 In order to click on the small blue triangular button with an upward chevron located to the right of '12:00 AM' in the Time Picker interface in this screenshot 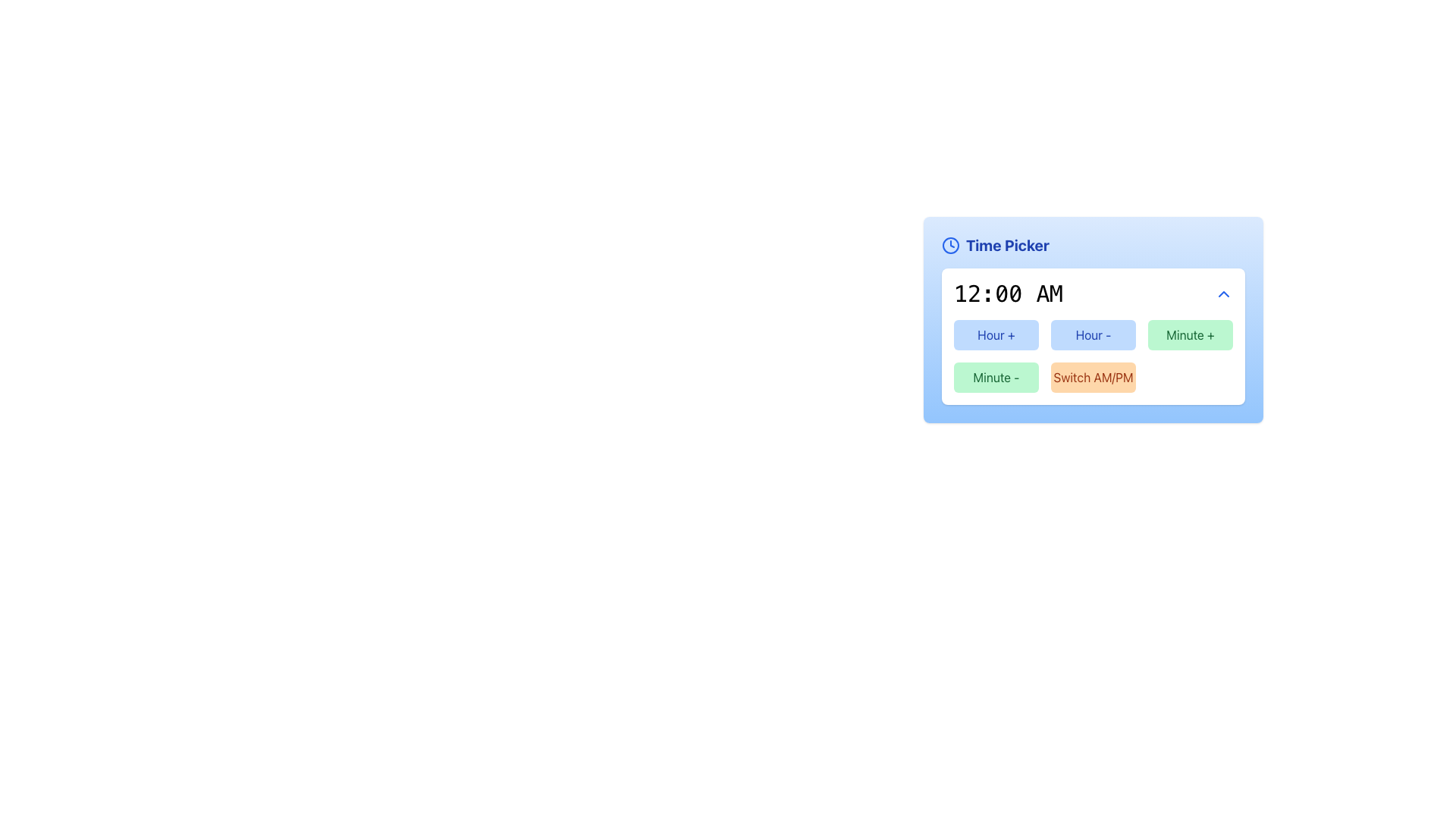, I will do `click(1223, 294)`.